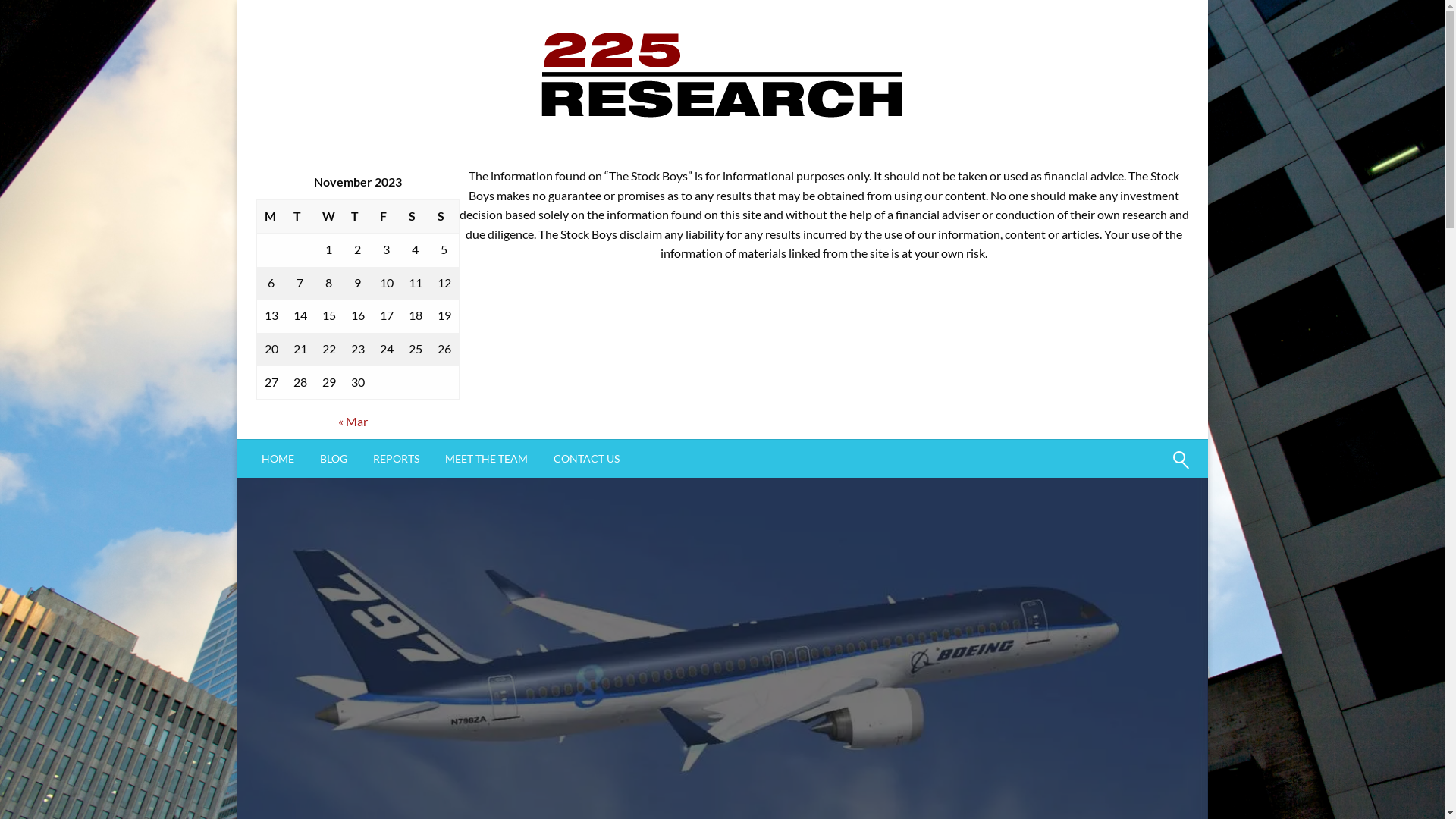 This screenshot has width=1456, height=819. Describe the element at coordinates (359, 458) in the screenshot. I see `'REPORTS'` at that location.